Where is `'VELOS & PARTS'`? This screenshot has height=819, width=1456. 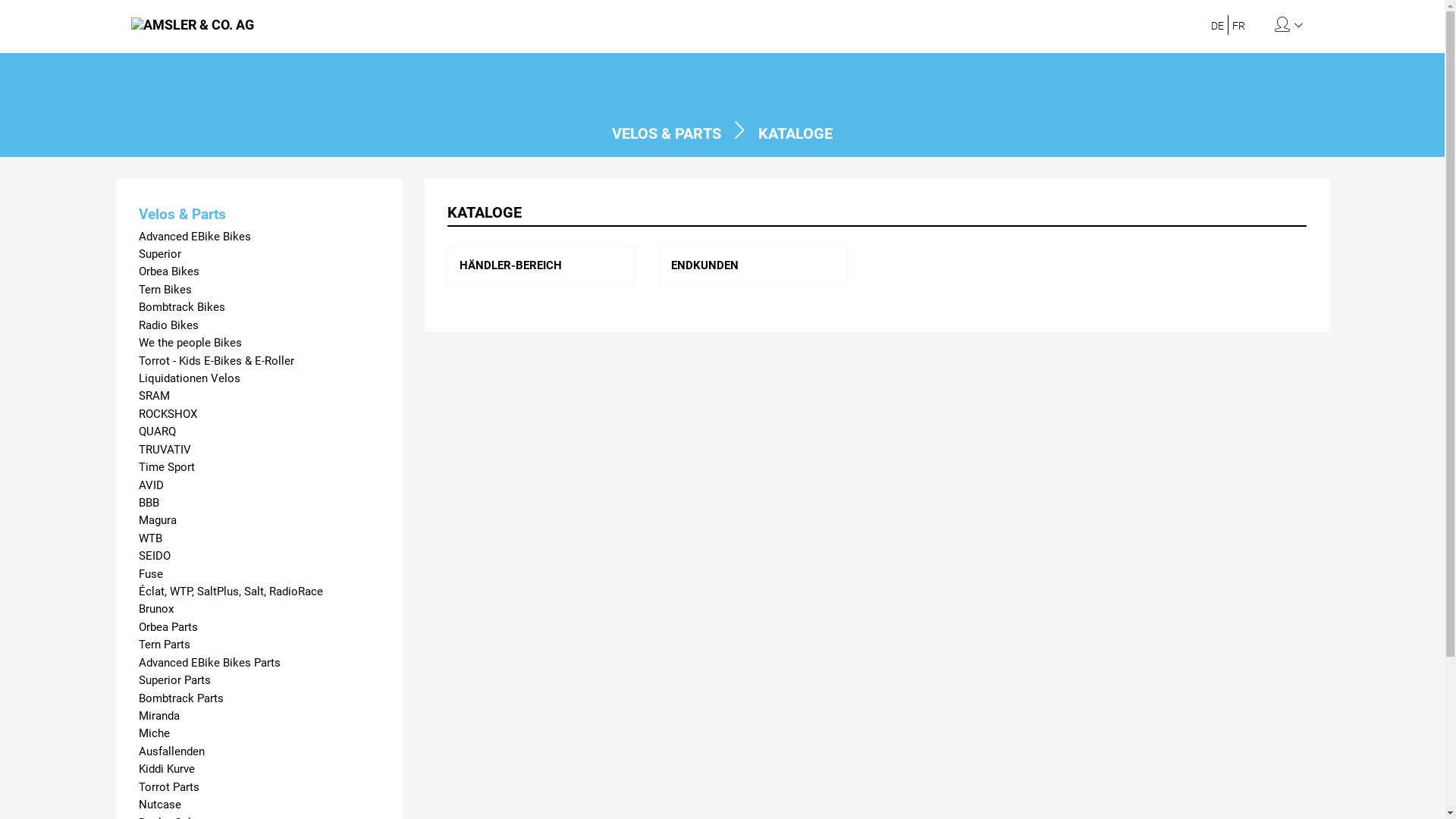
'VELOS & PARTS' is located at coordinates (666, 133).